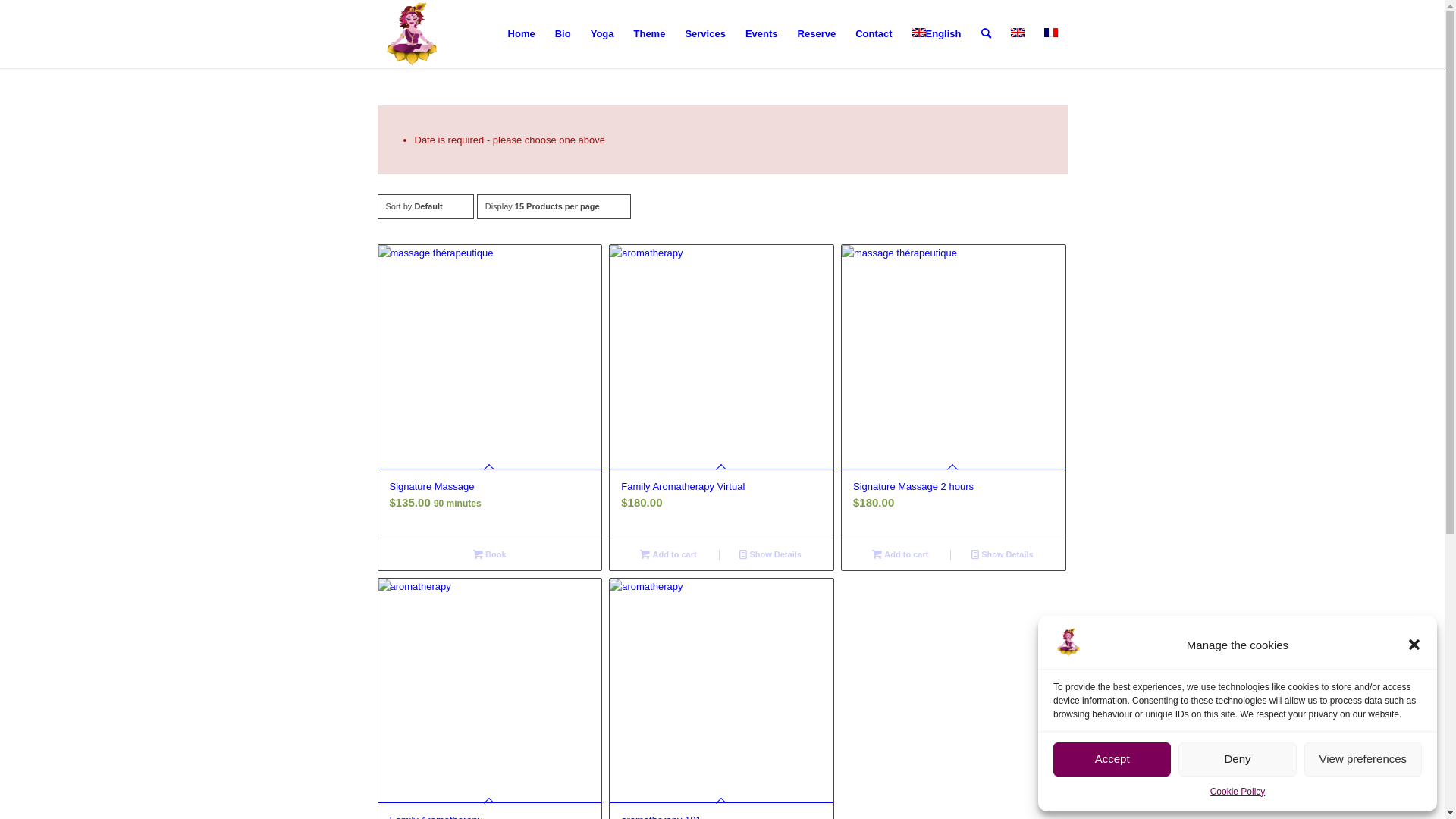 This screenshot has width=1456, height=819. Describe the element at coordinates (1237, 759) in the screenshot. I see `'Deny'` at that location.